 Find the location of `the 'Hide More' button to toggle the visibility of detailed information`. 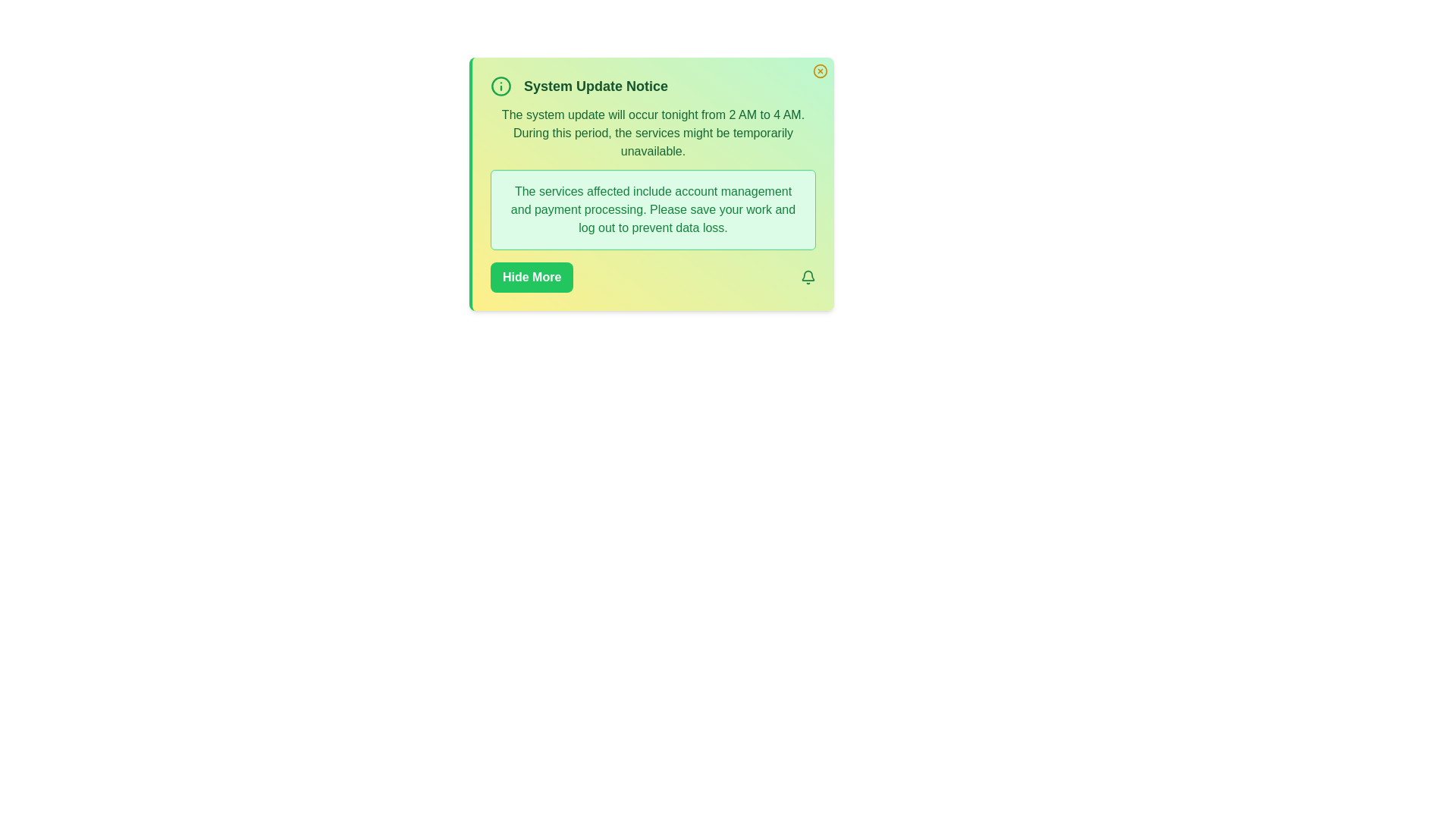

the 'Hide More' button to toggle the visibility of detailed information is located at coordinates (531, 278).